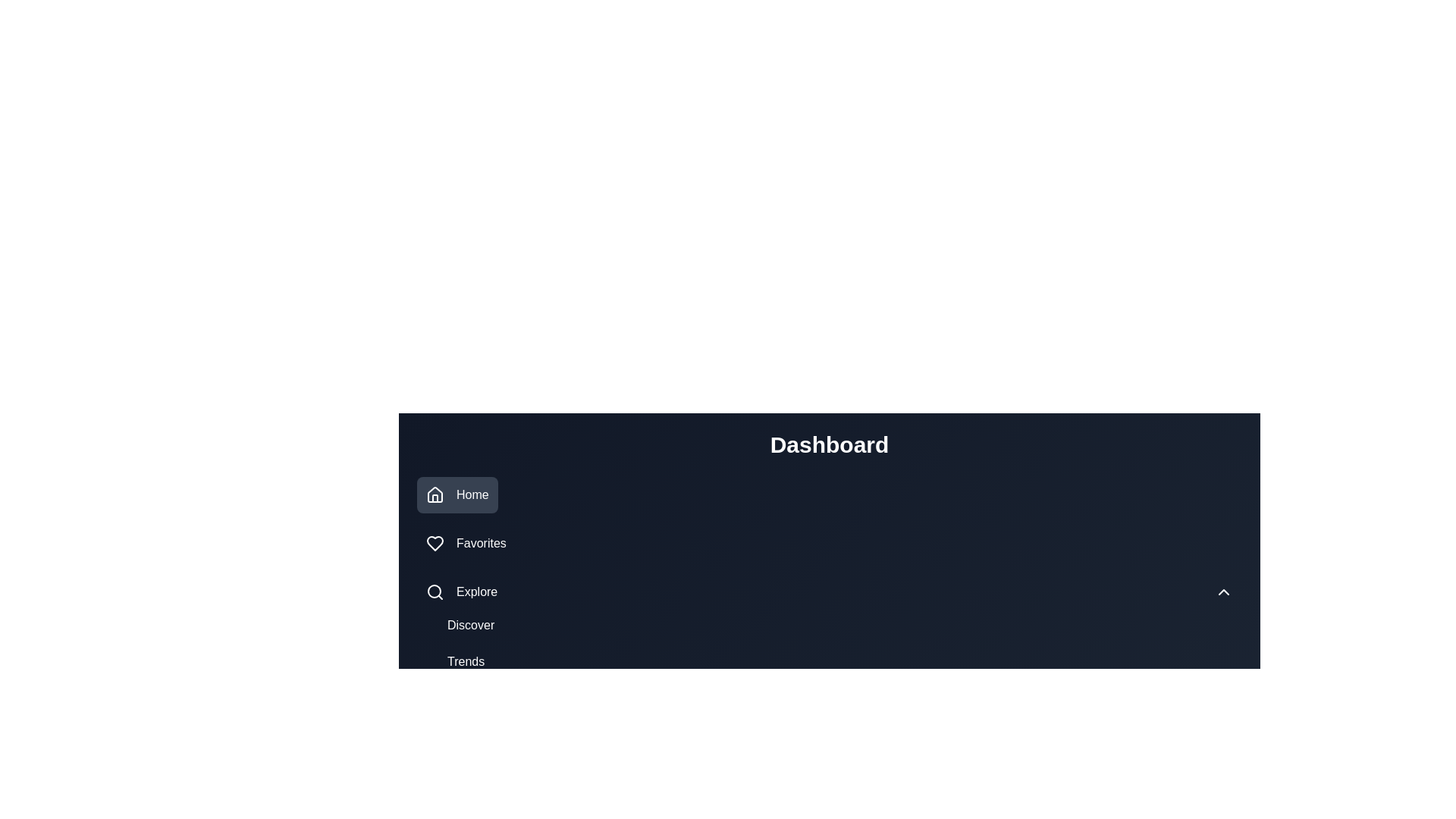 This screenshot has height=819, width=1456. I want to click on the 'Home' menu item label in the left sidebar menu, which is the first item in the list and is associated with a house icon, so click(472, 494).